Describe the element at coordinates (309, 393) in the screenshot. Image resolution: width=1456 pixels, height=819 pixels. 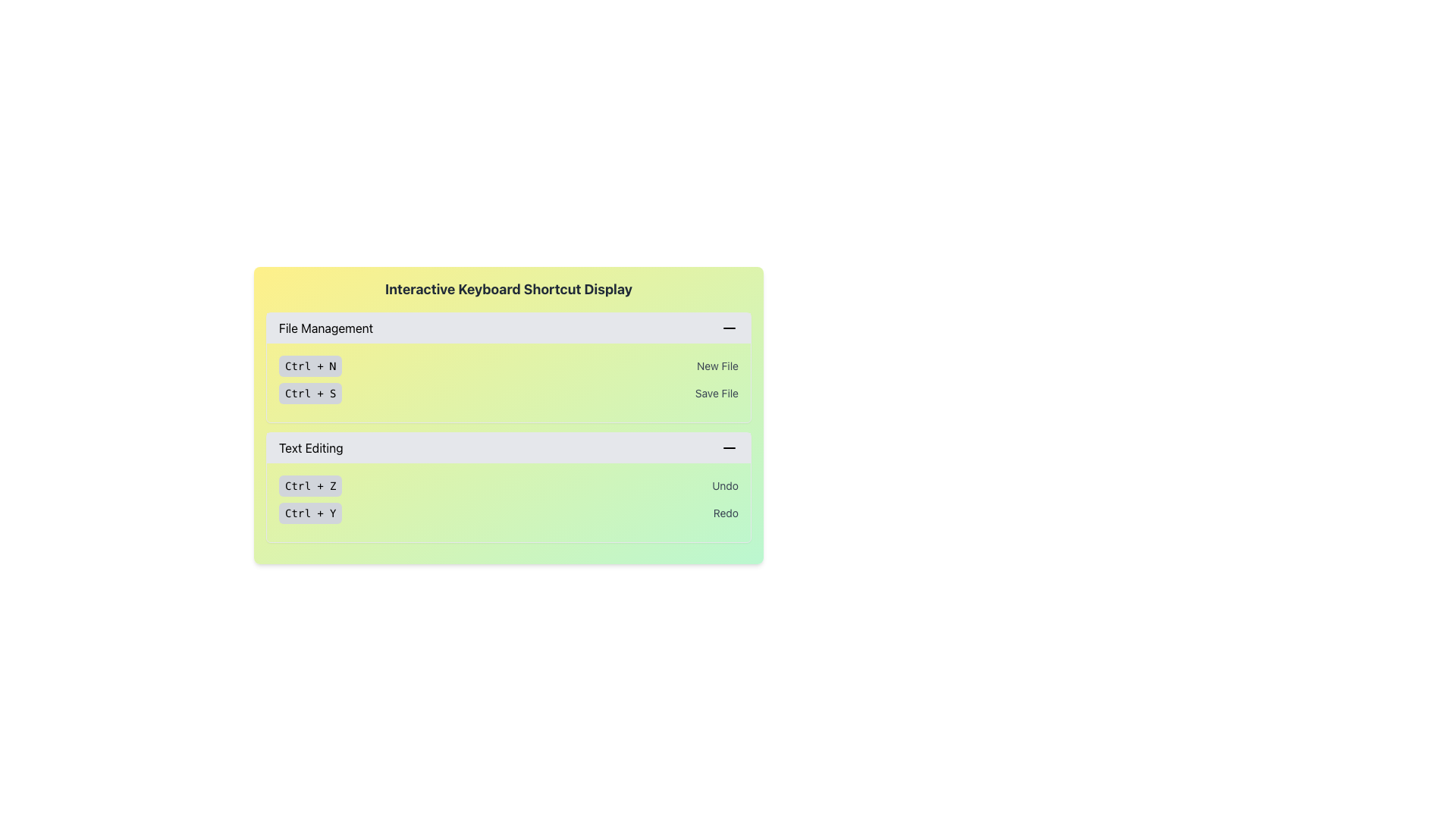
I see `the static label representing the keyboard shortcut 'Ctrl + S', which is located to the left of the 'Save File' text in the 'File Management' section` at that location.